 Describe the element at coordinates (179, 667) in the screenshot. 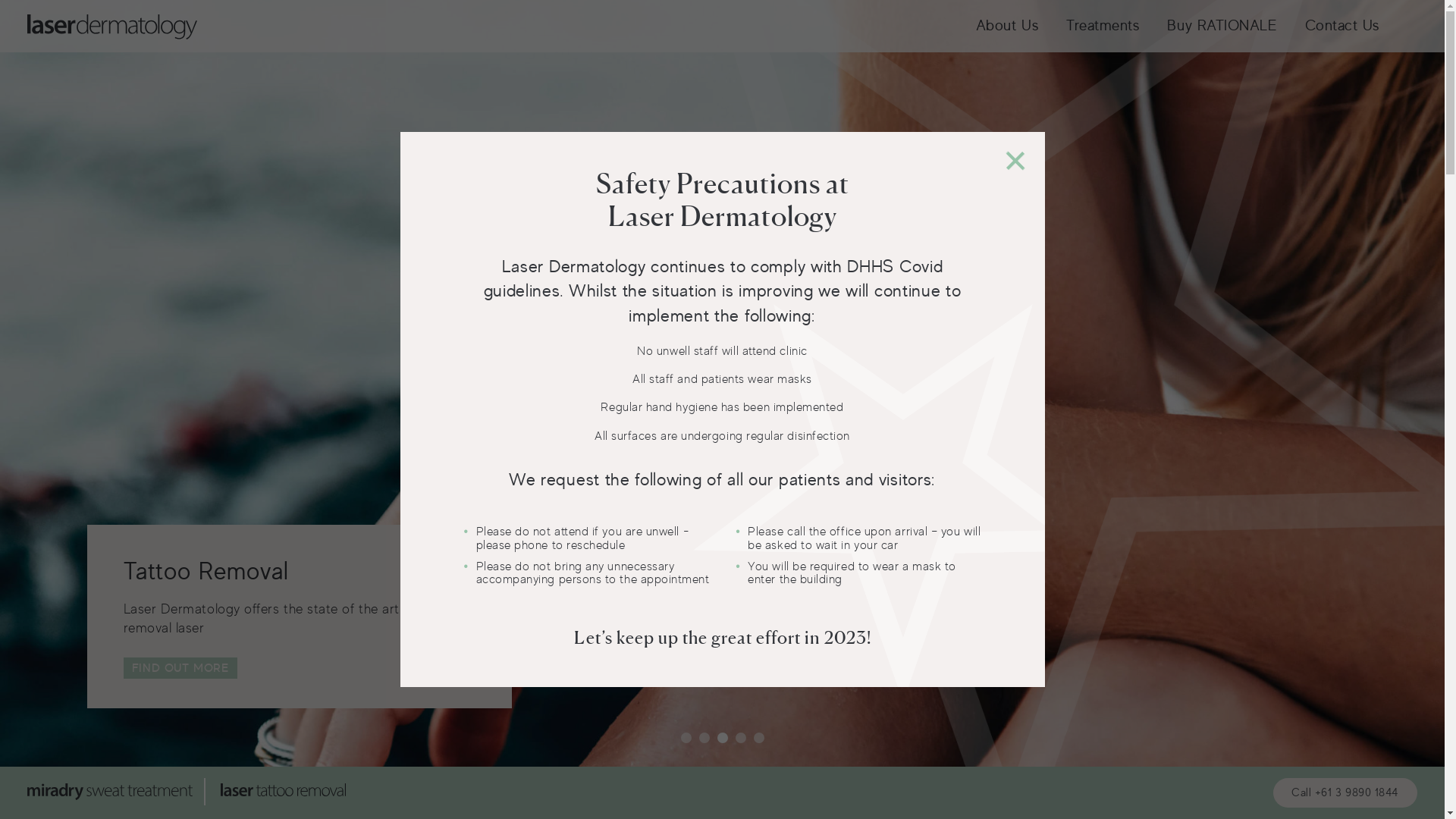

I see `'FIND OUT MORE'` at that location.